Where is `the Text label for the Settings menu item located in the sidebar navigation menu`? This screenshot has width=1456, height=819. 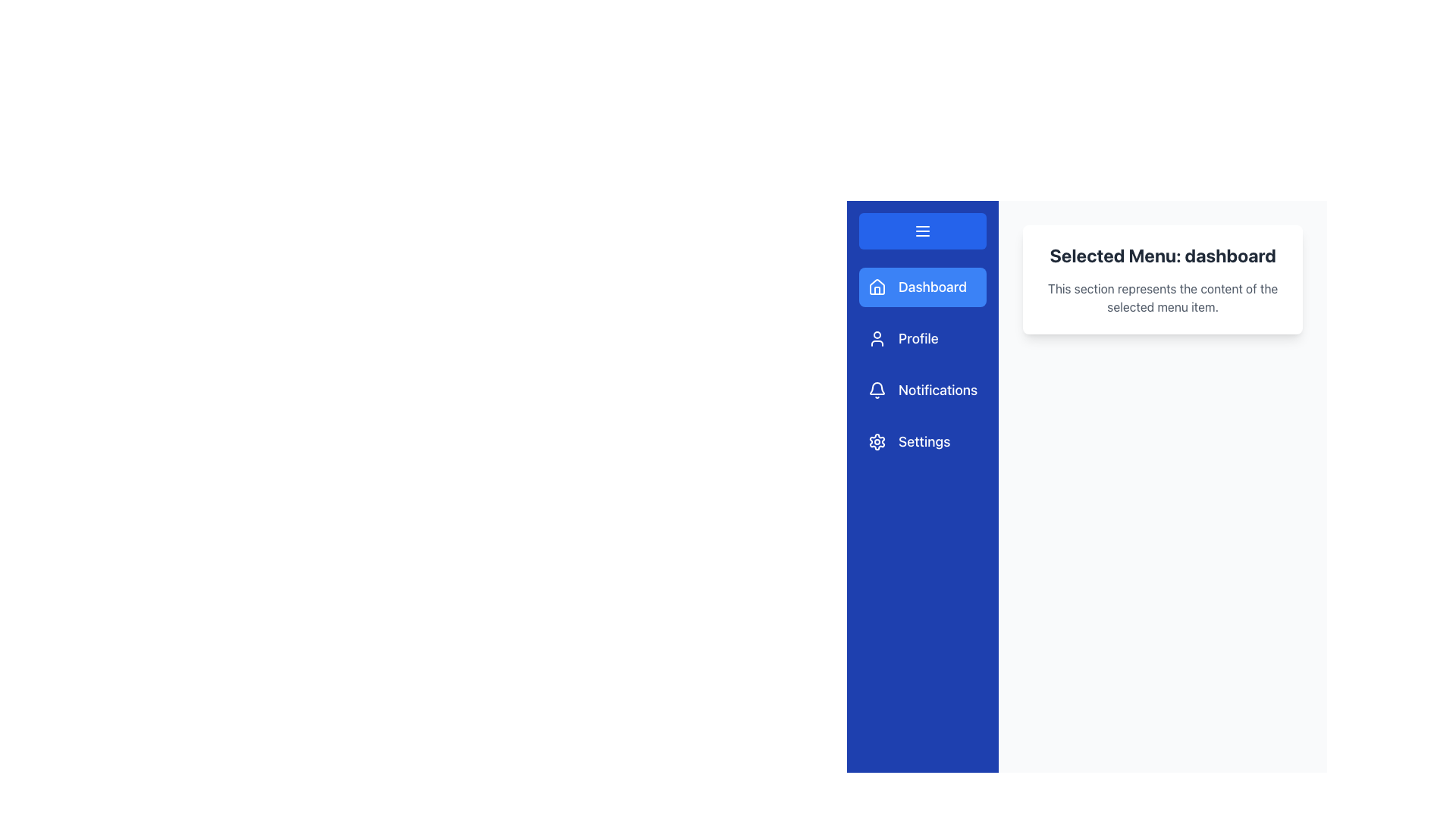 the Text label for the Settings menu item located in the sidebar navigation menu is located at coordinates (924, 441).